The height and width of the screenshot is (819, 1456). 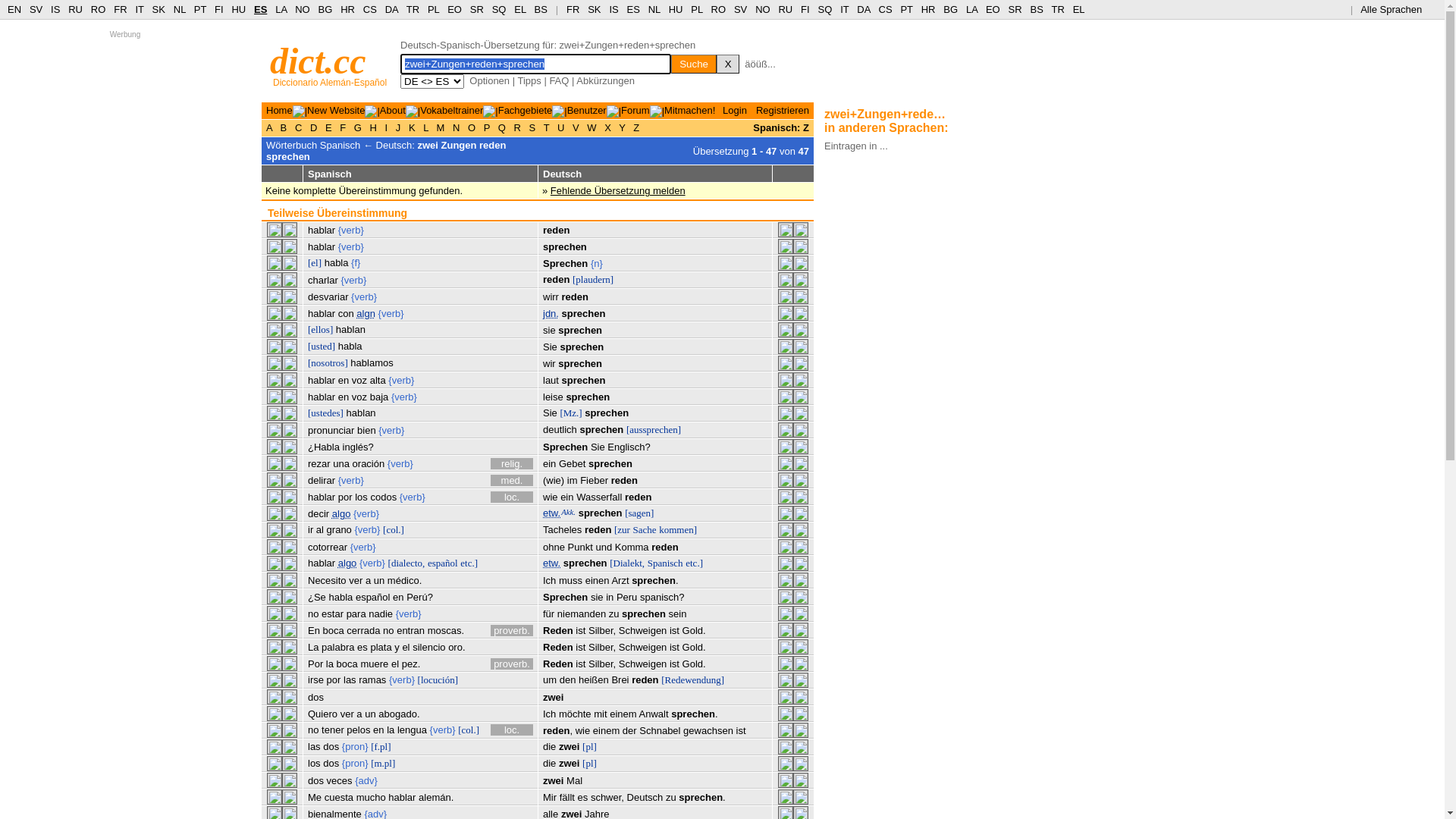 I want to click on 'no', so click(x=307, y=613).